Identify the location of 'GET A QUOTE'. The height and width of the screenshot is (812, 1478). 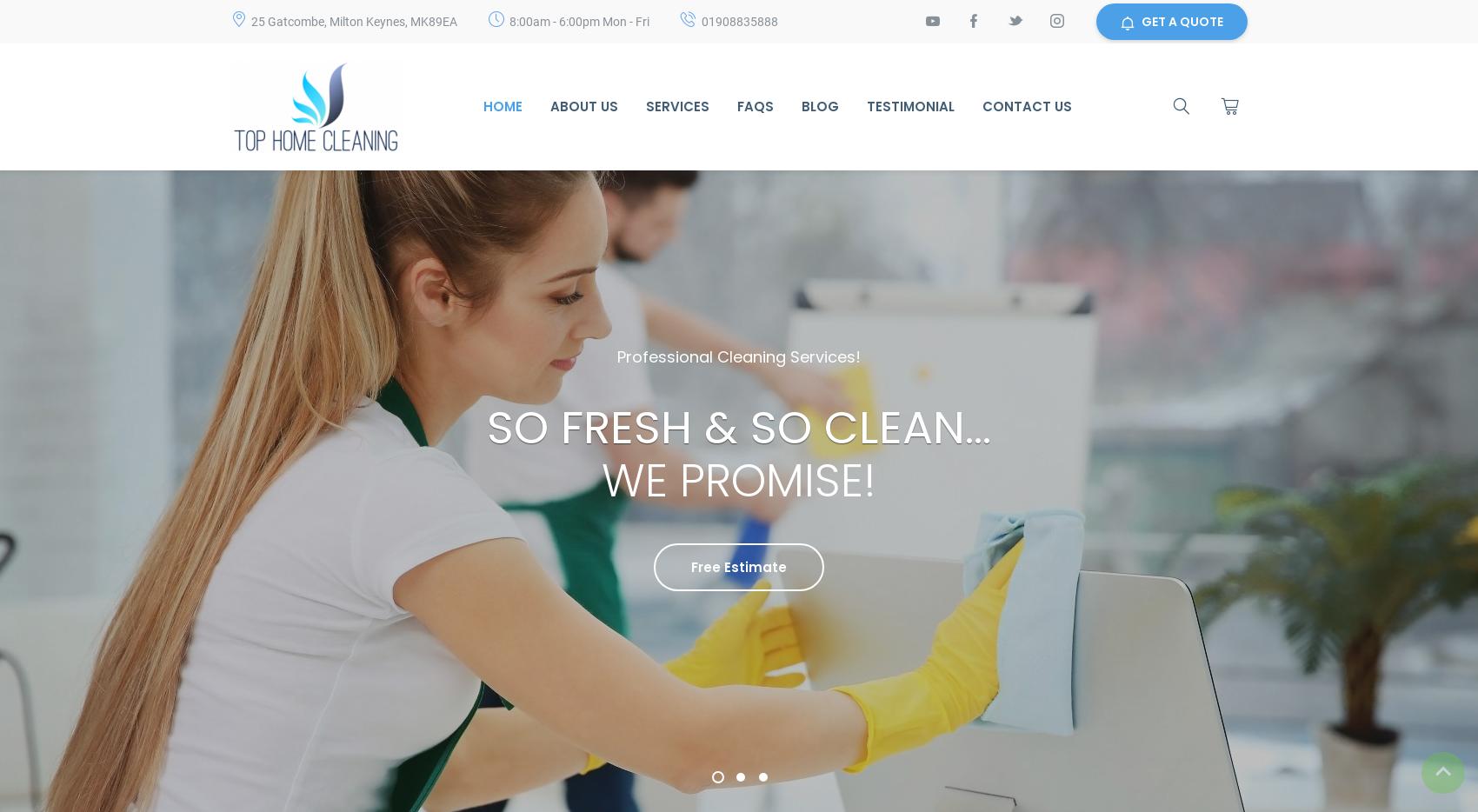
(1182, 21).